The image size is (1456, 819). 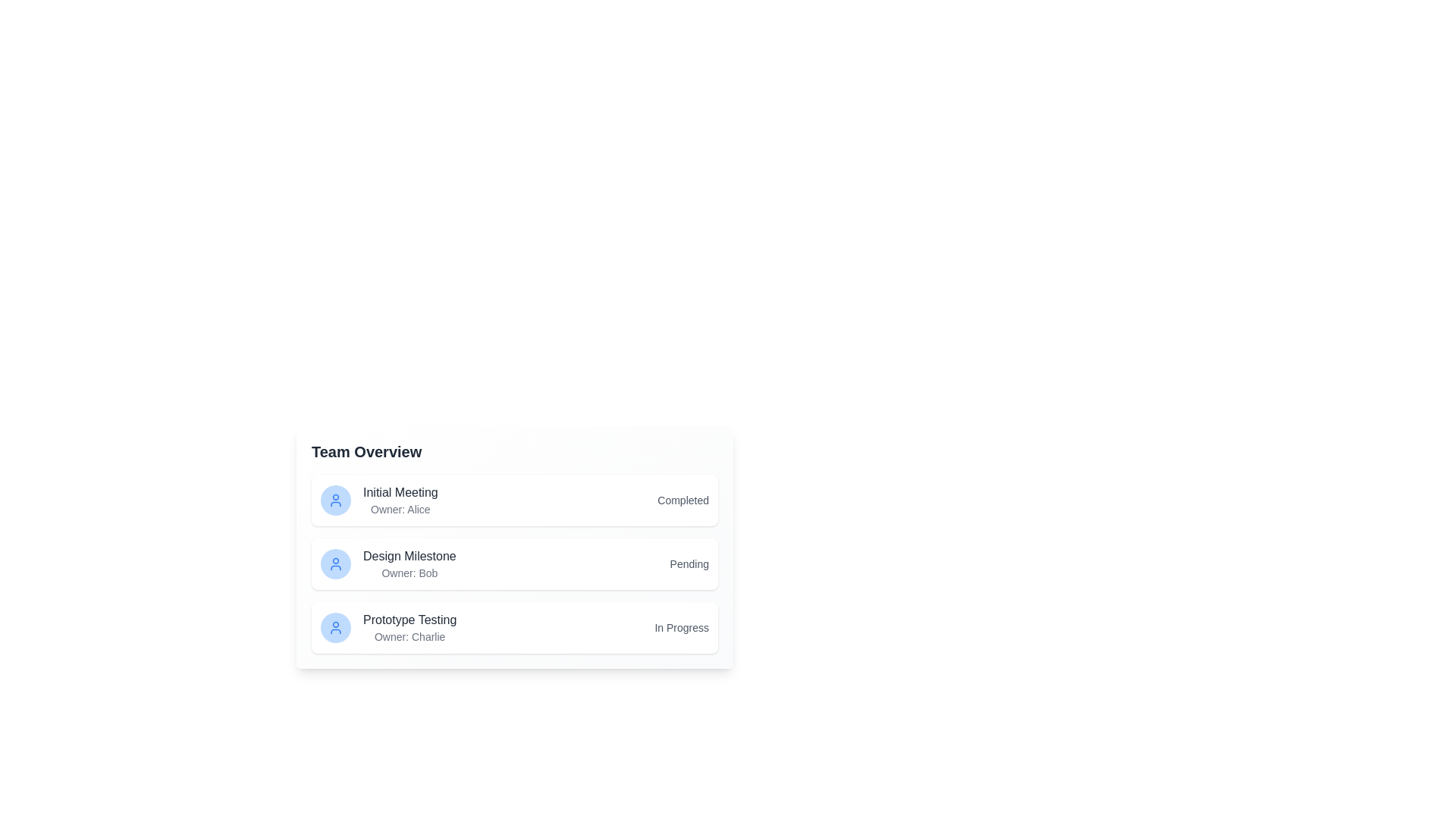 What do you see at coordinates (409, 556) in the screenshot?
I see `the text label displaying 'Design Milestone', which is the first line of text in the second item of a vertically arranged list` at bounding box center [409, 556].